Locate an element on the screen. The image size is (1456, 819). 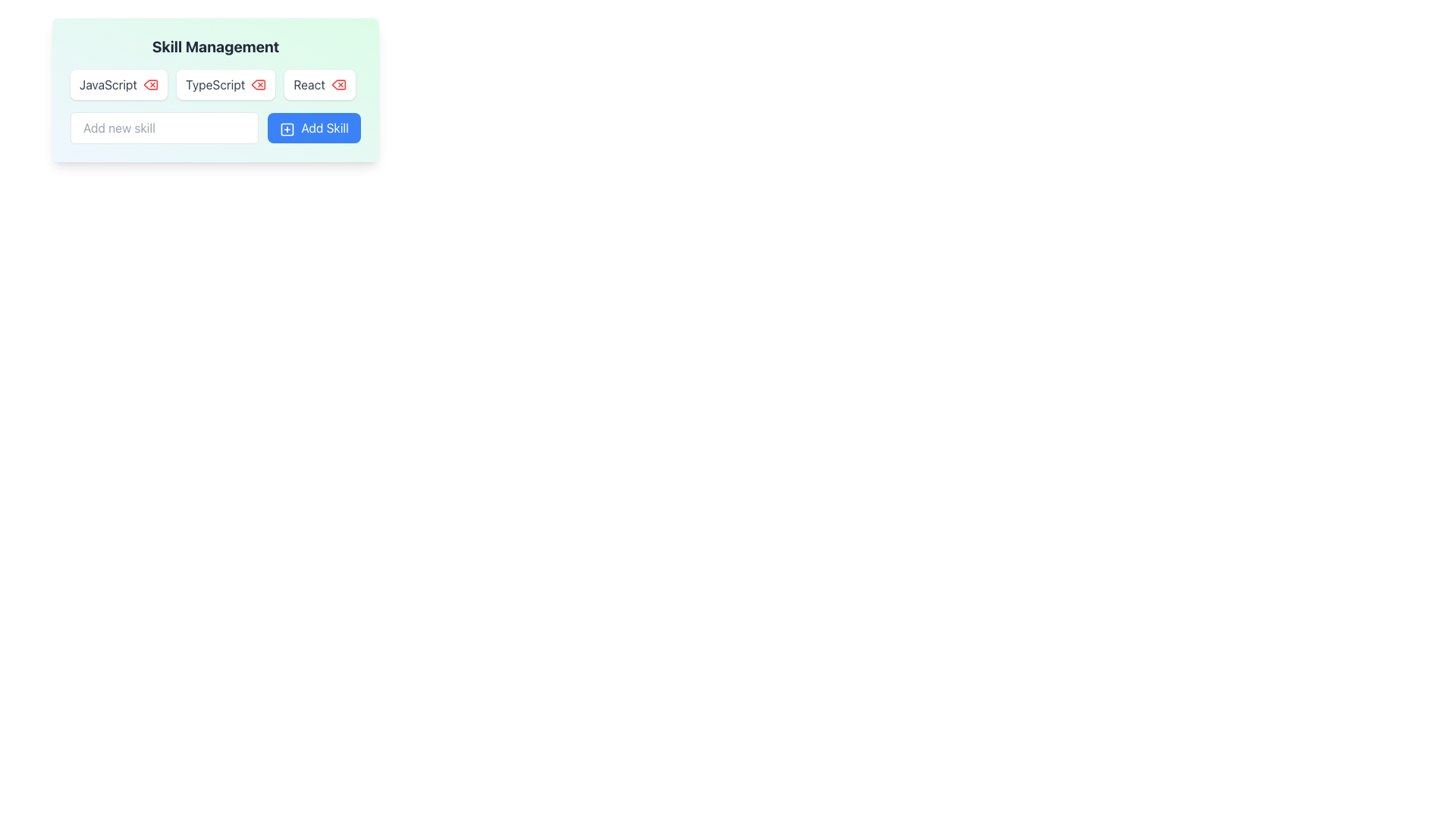
the 'TypeScript' text label which displays a skill in the 'Skill Management' section is located at coordinates (215, 84).